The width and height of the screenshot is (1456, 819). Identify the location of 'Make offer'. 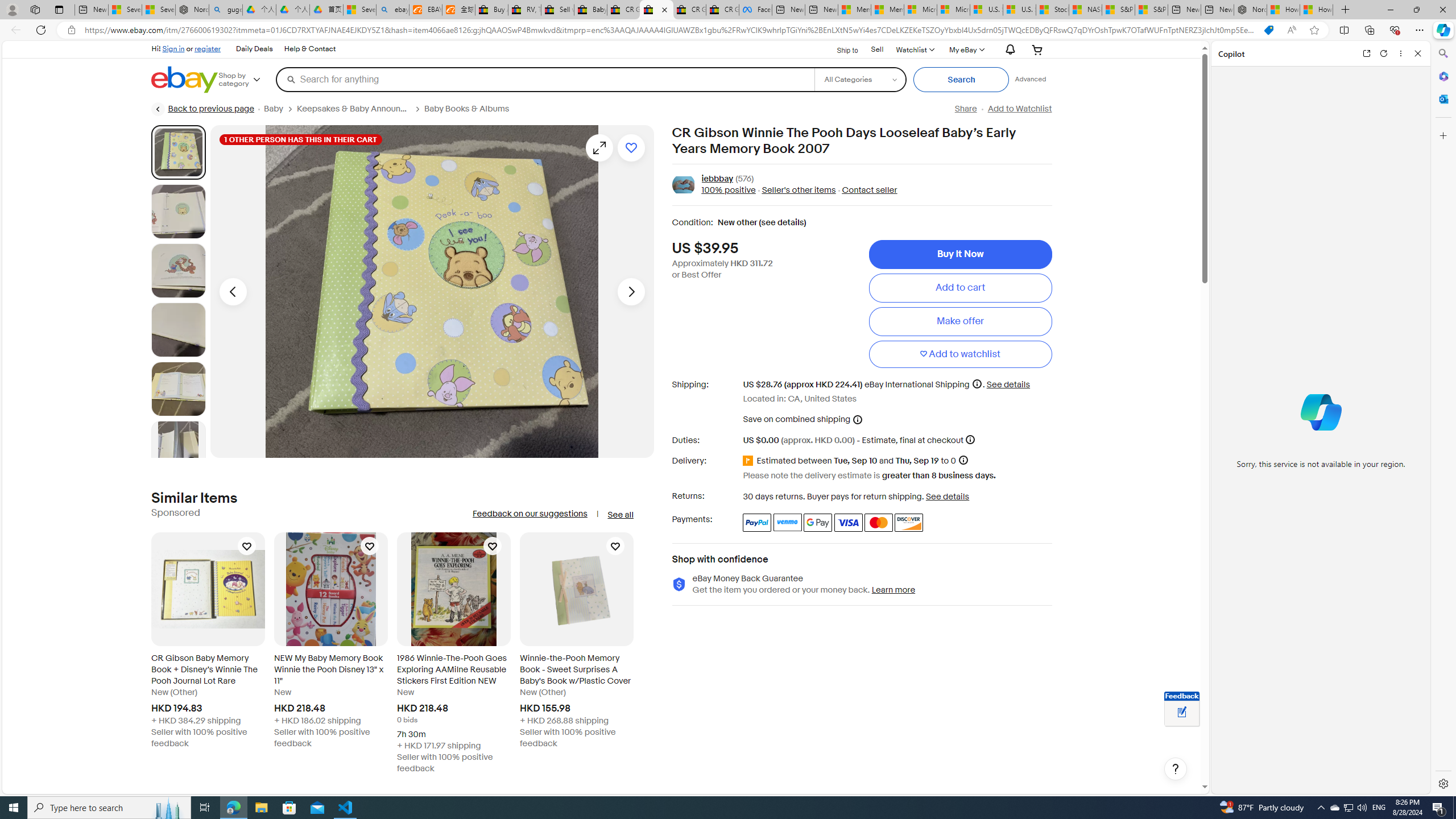
(959, 320).